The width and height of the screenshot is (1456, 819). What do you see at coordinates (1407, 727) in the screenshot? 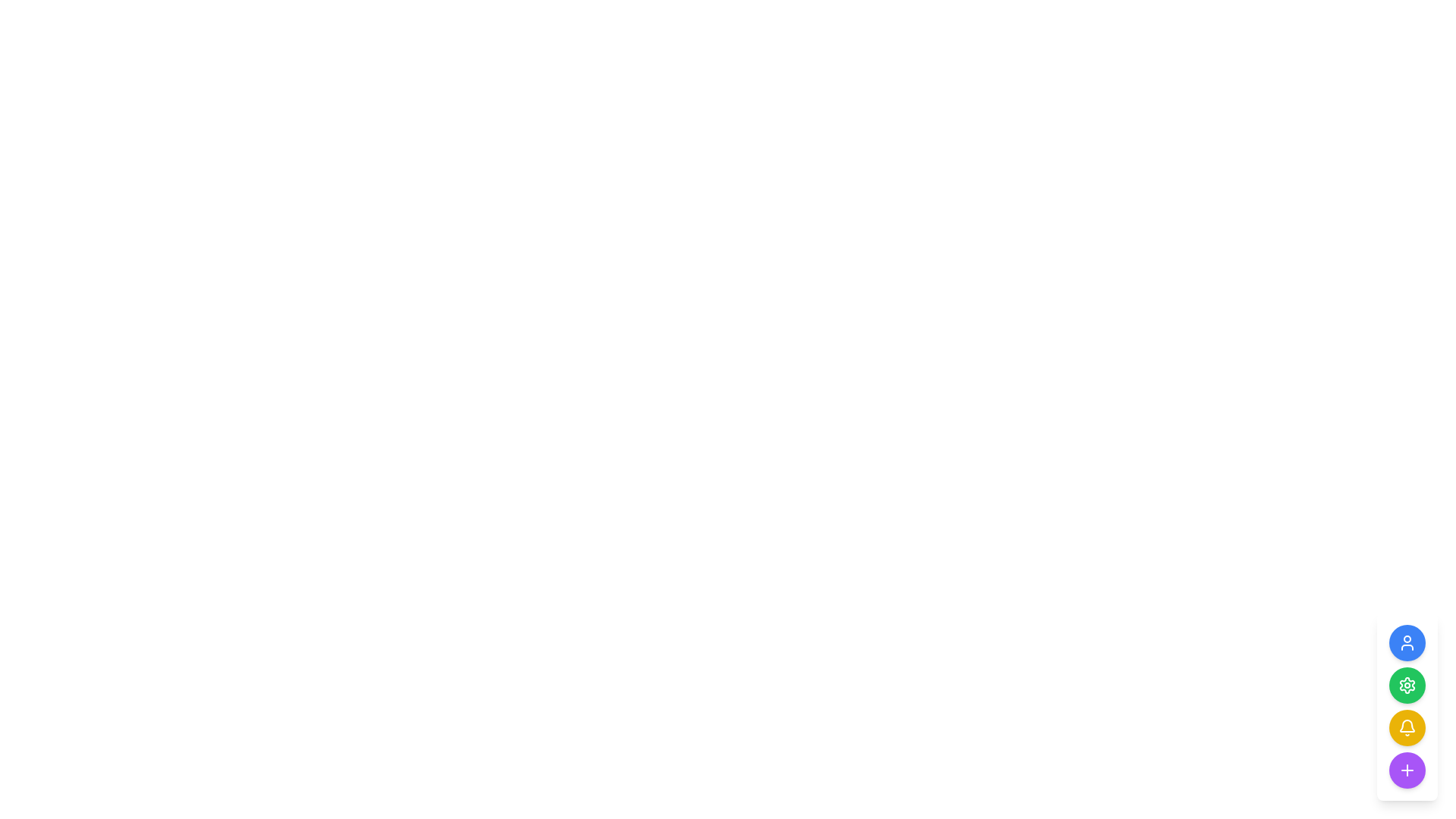
I see `the notification icon button, which is represented by a bell icon` at bounding box center [1407, 727].